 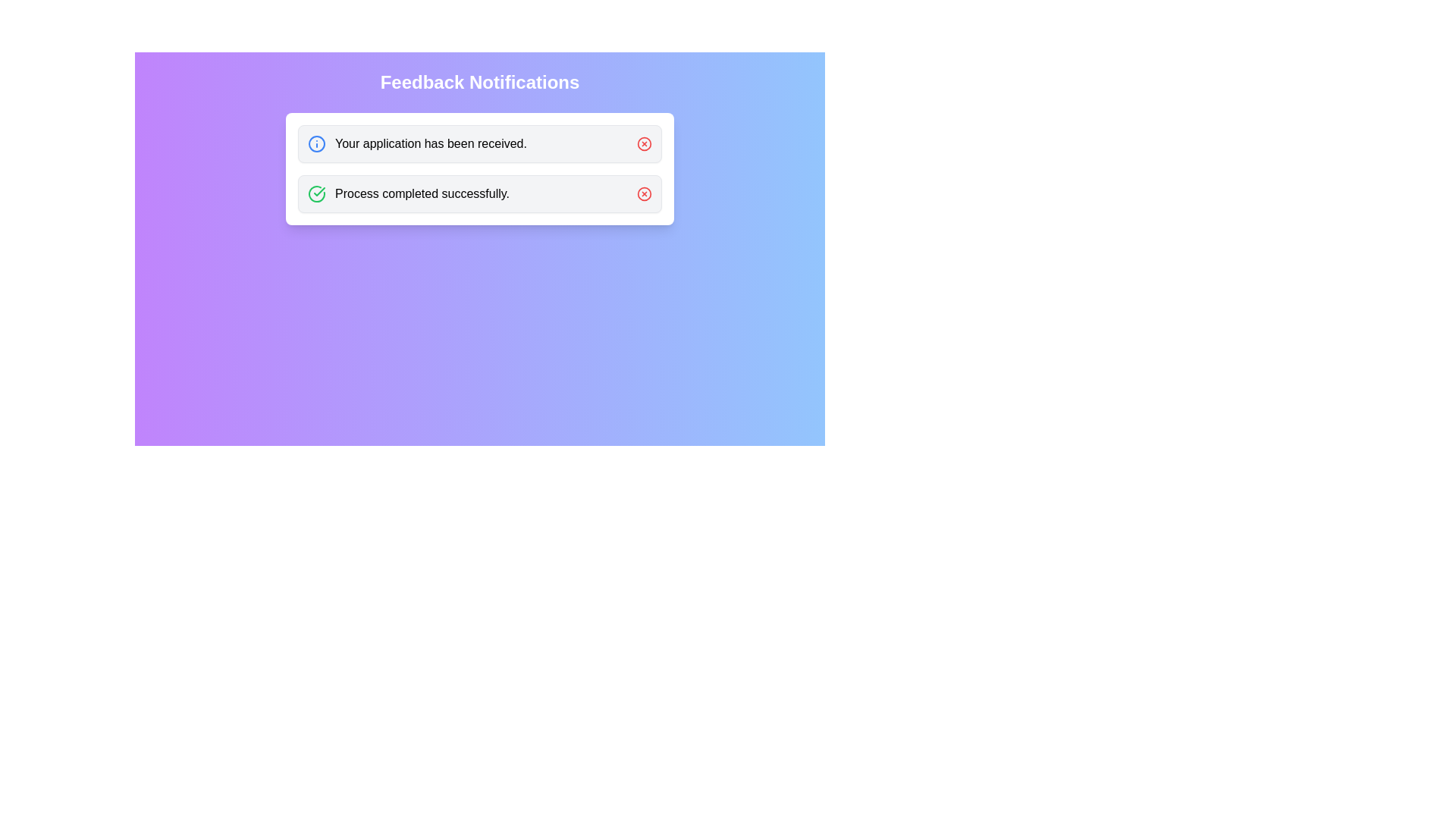 I want to click on the visual state of the circular Icon component with a red stroke located on the right side of the lower notification box, so click(x=644, y=193).